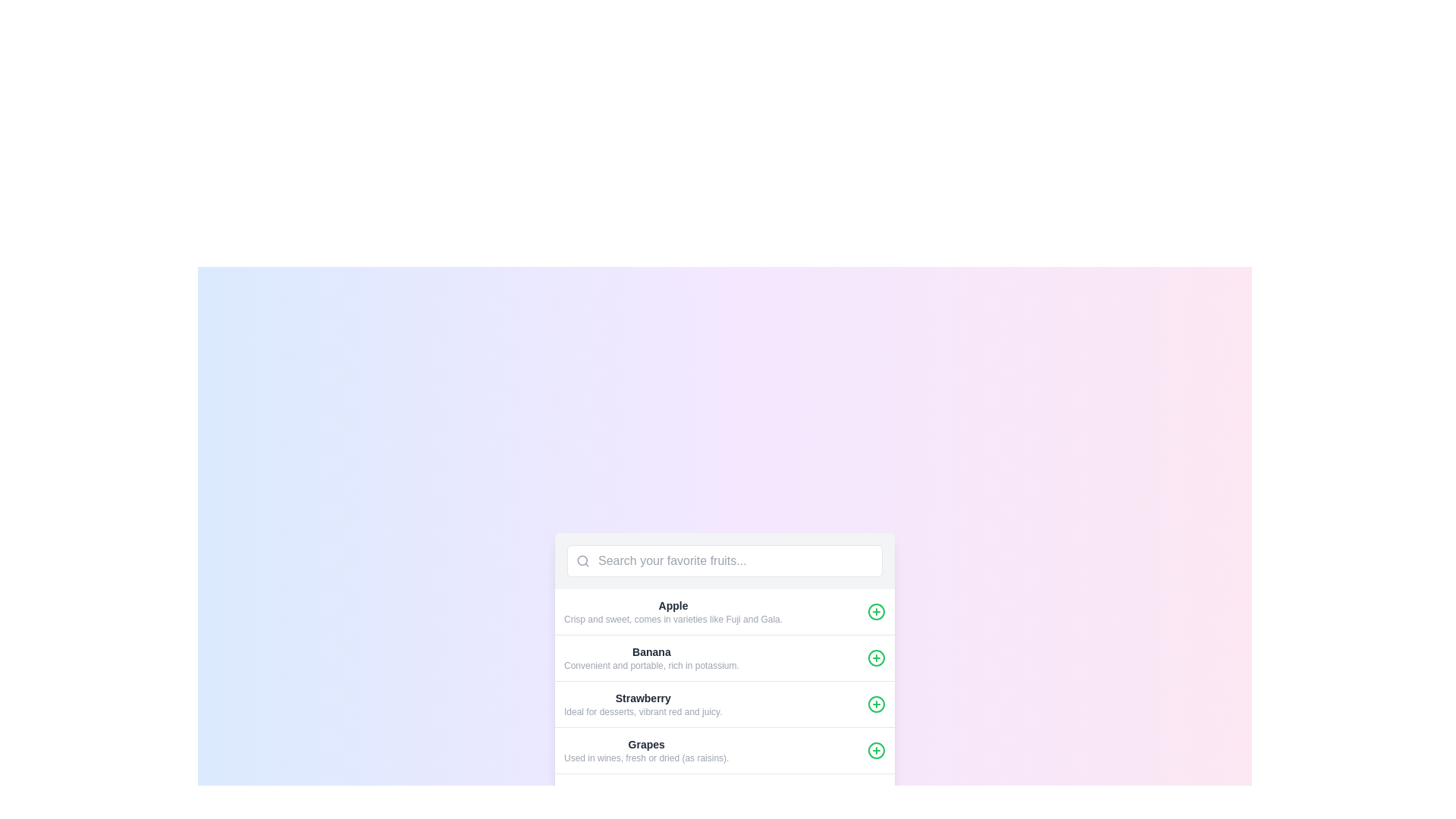 The height and width of the screenshot is (819, 1456). I want to click on the Text Label indicating the fruit type 'Grapes', which serves as the title for the last item in the vertical list of fruits, so click(646, 744).